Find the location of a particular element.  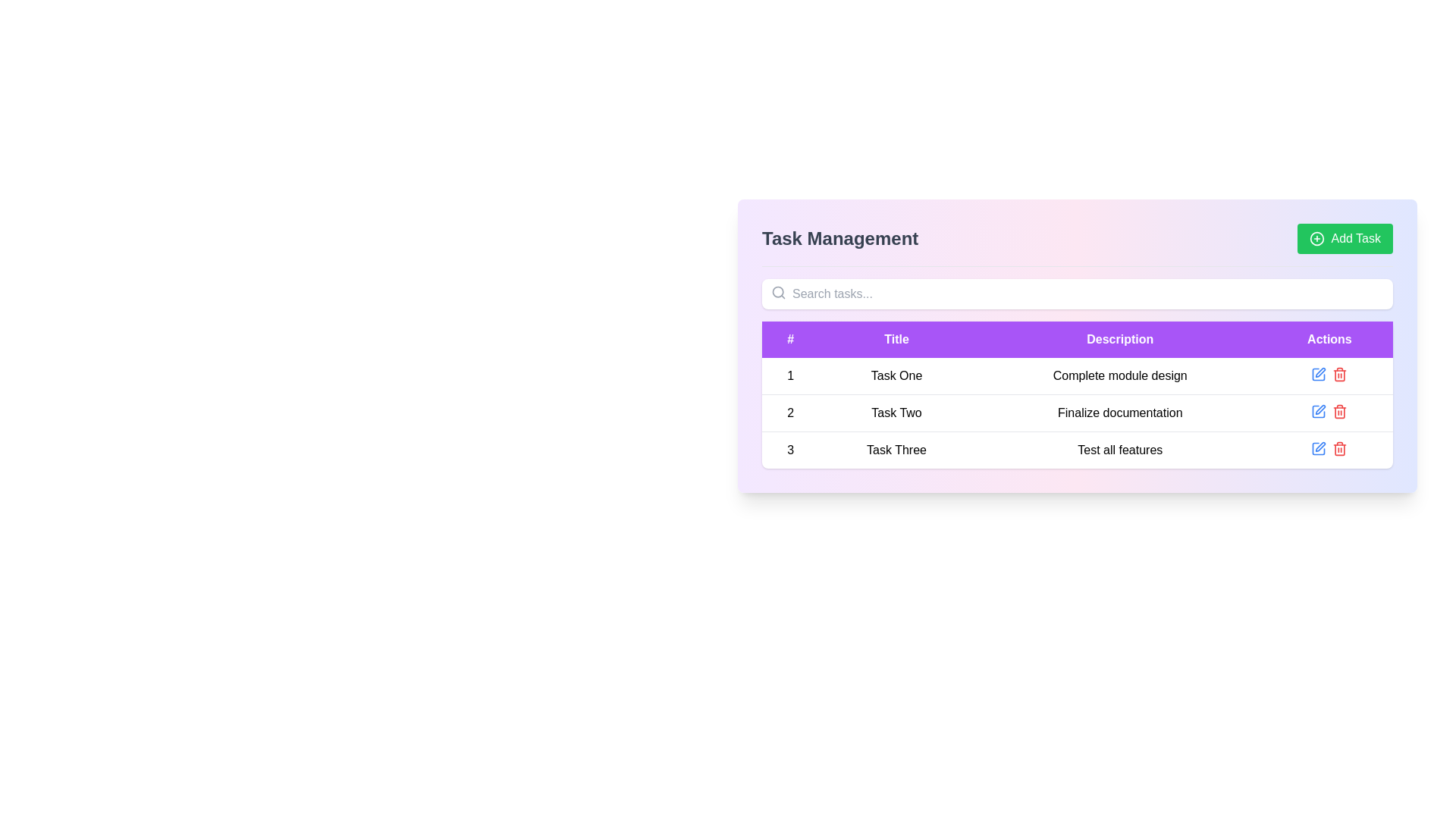

the text display that shows 'Complete module design' in the 'Description' column of the first row of the task table is located at coordinates (1120, 375).